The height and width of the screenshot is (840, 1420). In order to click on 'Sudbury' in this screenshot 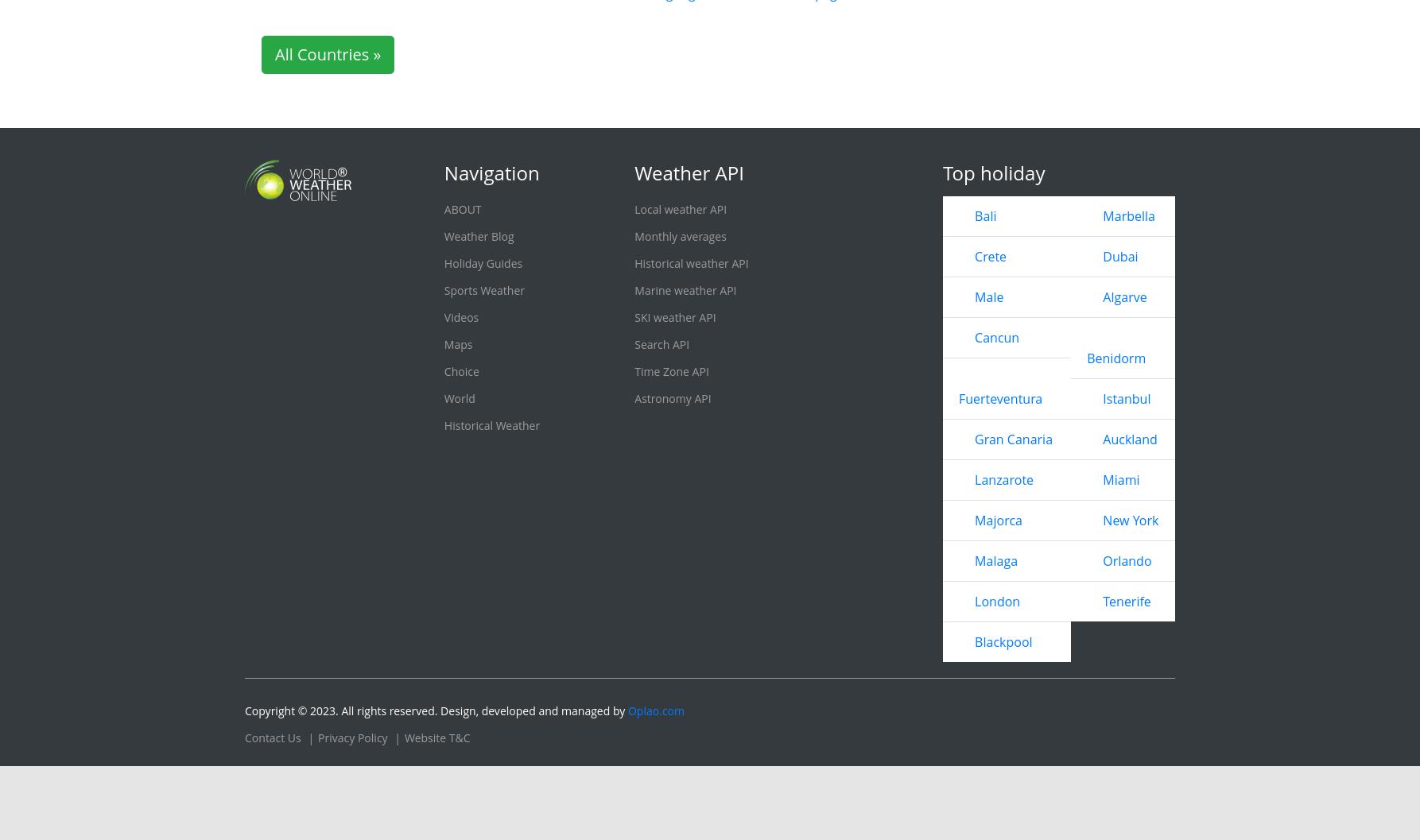, I will do `click(805, 106)`.